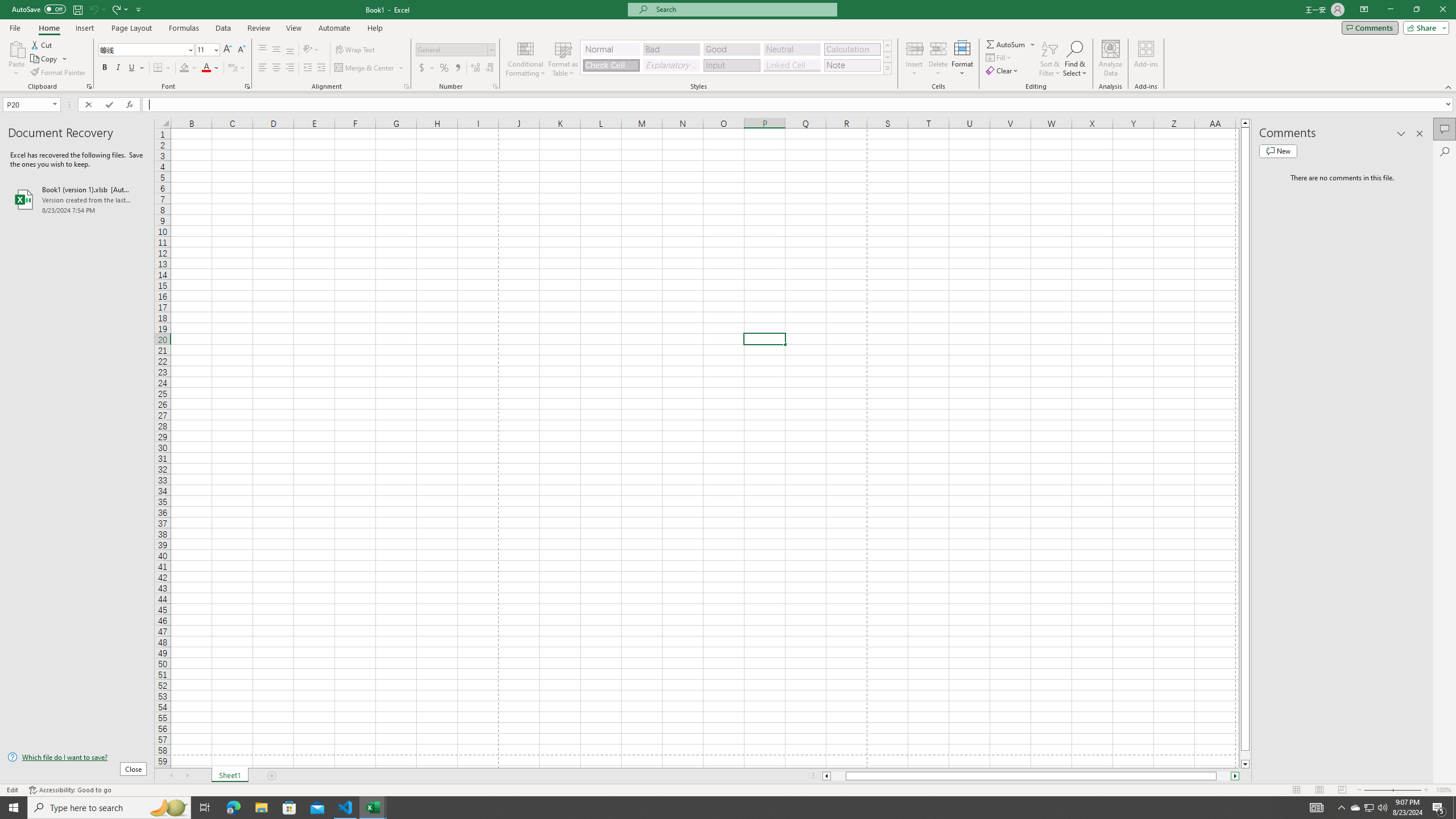 Image resolution: width=1456 pixels, height=819 pixels. Describe the element at coordinates (136, 67) in the screenshot. I see `'Underline'` at that location.